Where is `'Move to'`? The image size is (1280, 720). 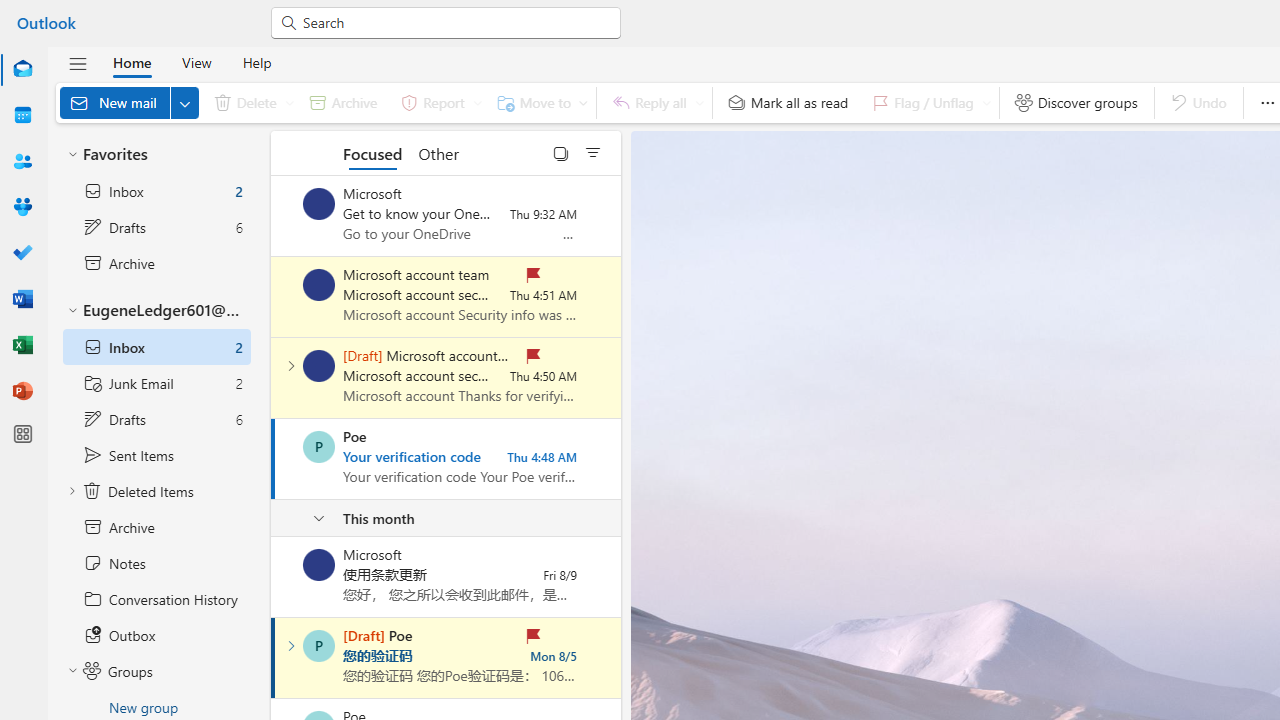
'Move to' is located at coordinates (538, 102).